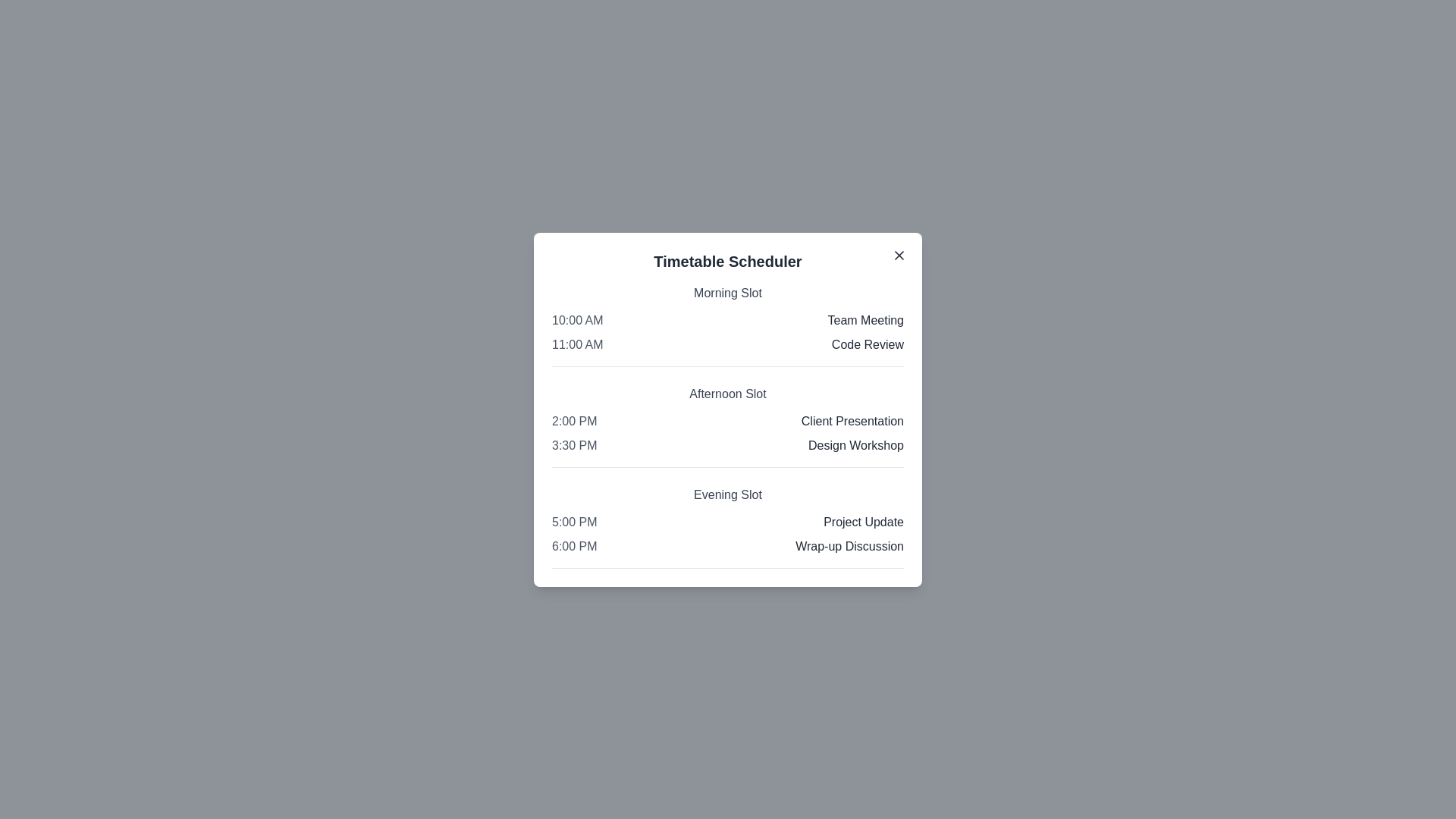  Describe the element at coordinates (576, 344) in the screenshot. I see `the event time 11:00 AM to select it` at that location.